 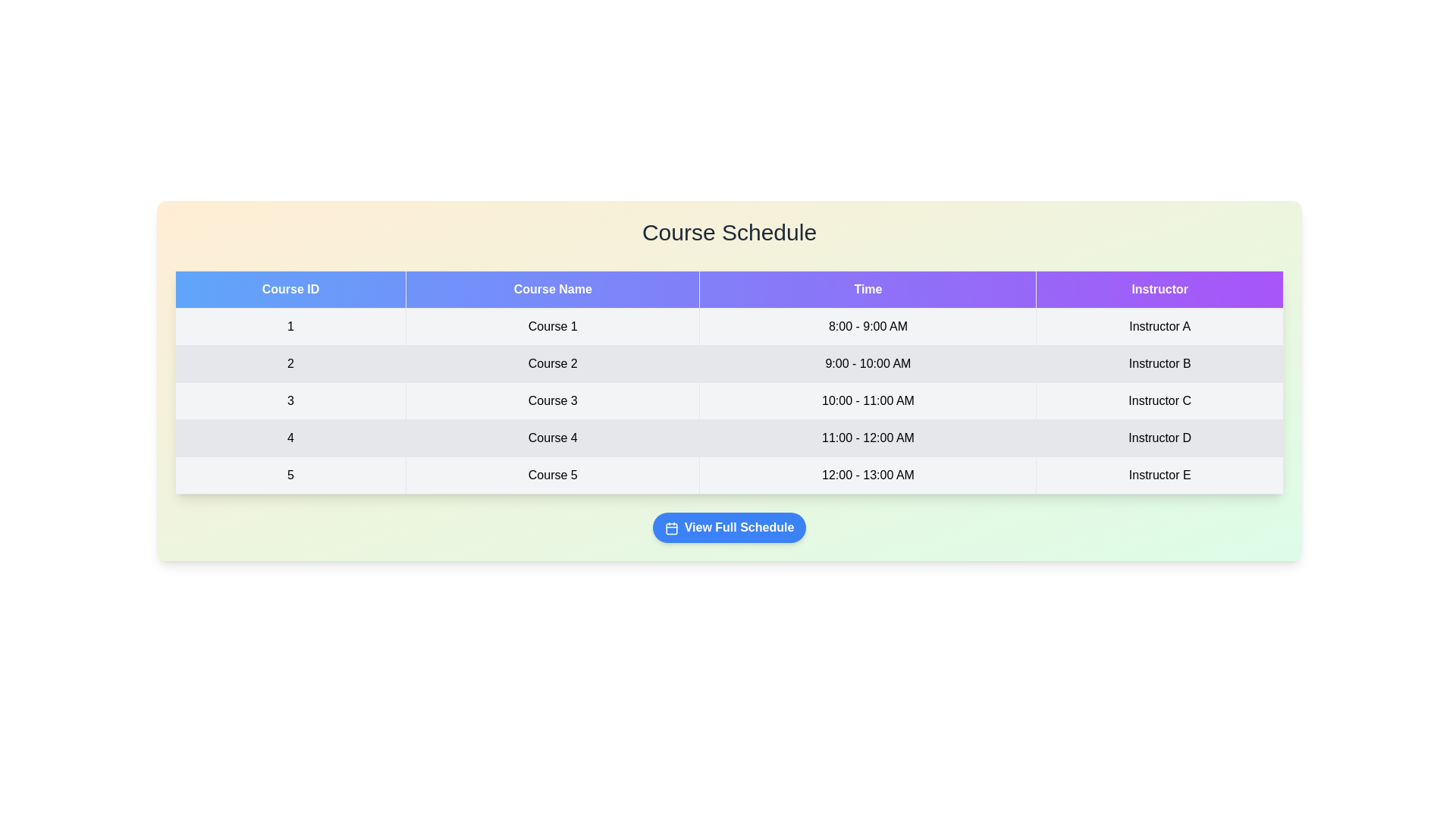 I want to click on the row corresponding to 3, so click(x=729, y=400).